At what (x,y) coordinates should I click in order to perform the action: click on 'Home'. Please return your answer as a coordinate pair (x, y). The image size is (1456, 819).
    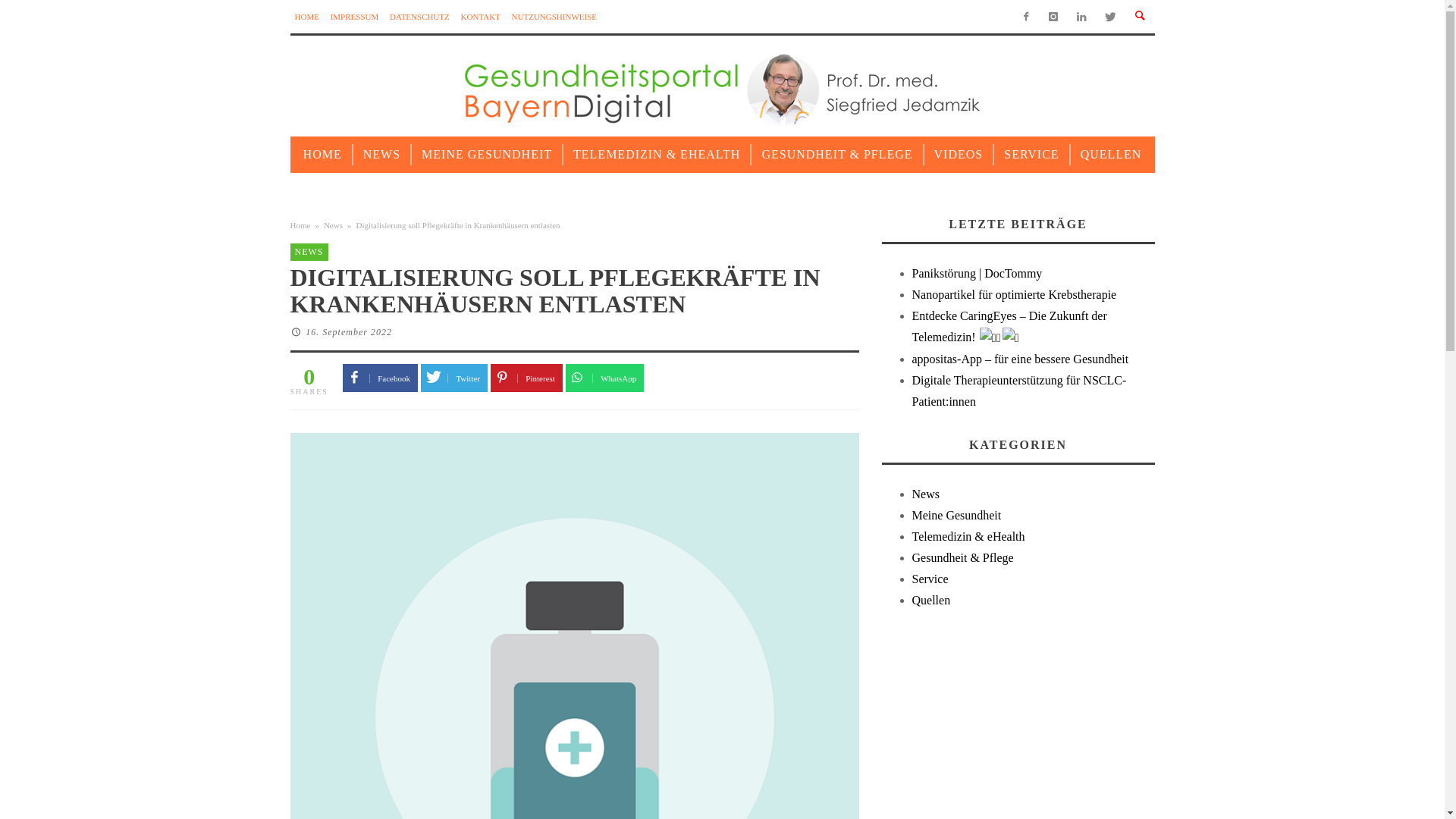
    Looking at the image, I should click on (300, 225).